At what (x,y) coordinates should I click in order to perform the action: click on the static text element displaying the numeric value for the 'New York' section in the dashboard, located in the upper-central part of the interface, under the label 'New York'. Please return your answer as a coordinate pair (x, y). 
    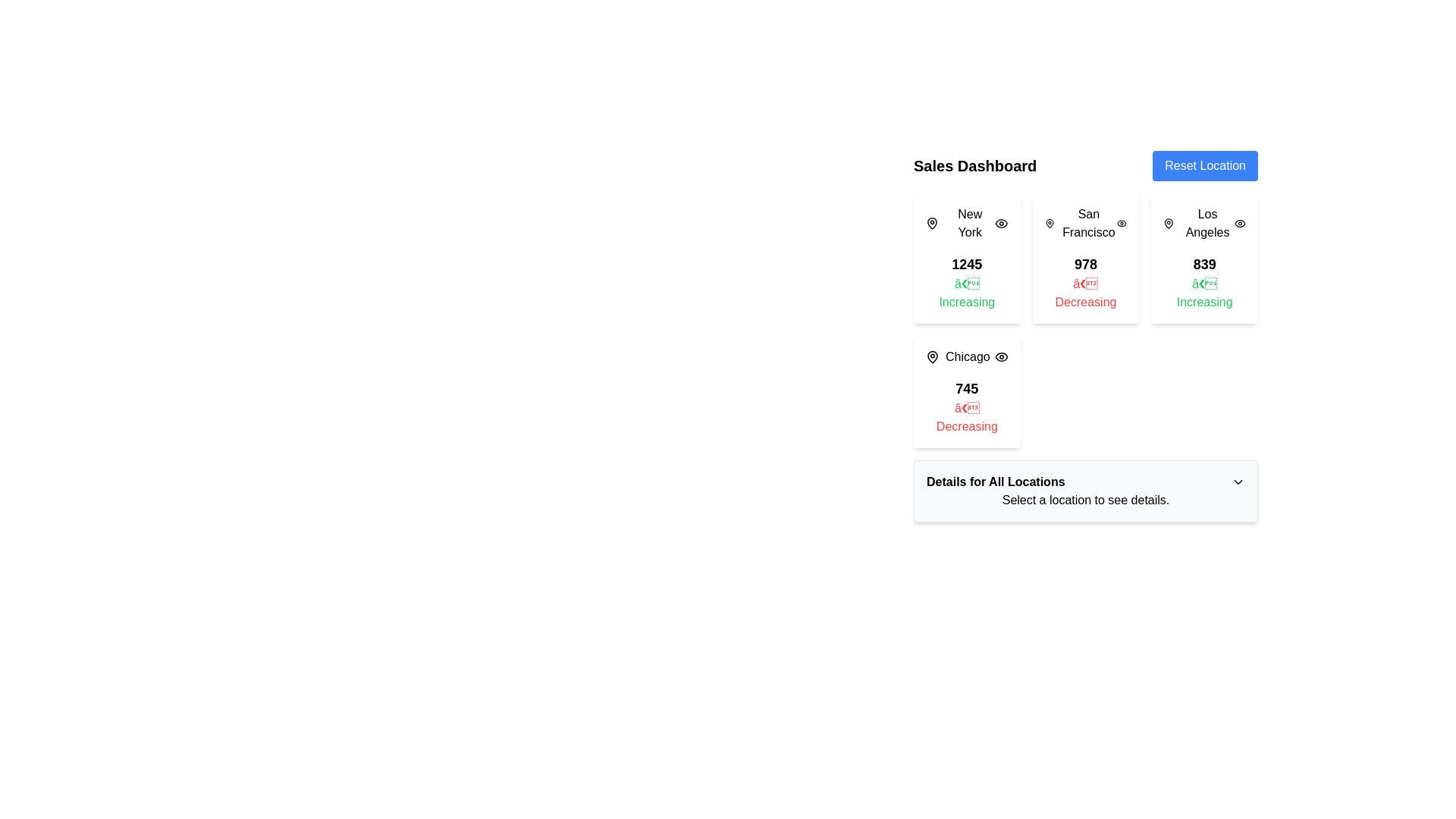
    Looking at the image, I should click on (966, 263).